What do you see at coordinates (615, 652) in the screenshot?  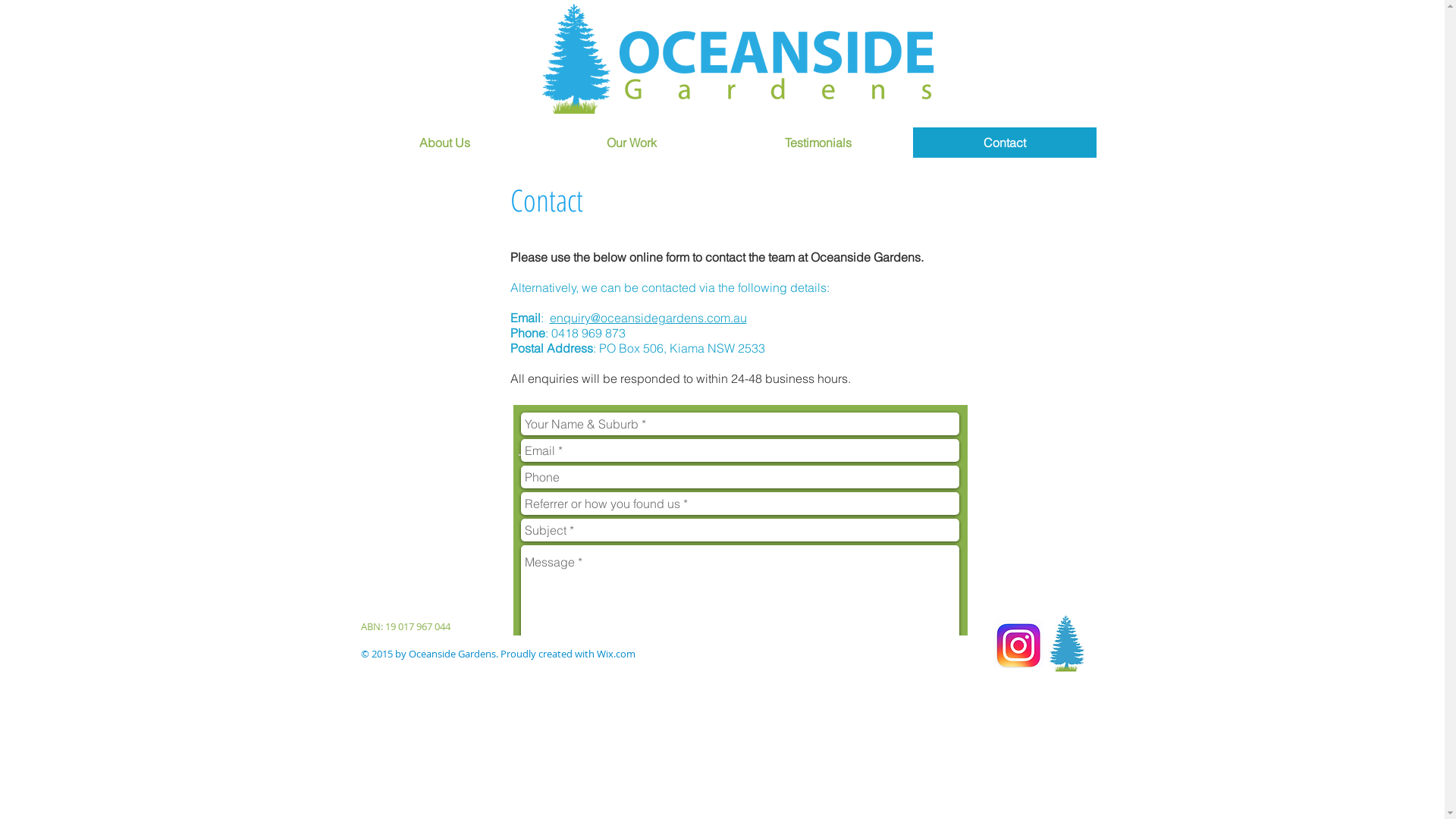 I see `'Wix.com'` at bounding box center [615, 652].